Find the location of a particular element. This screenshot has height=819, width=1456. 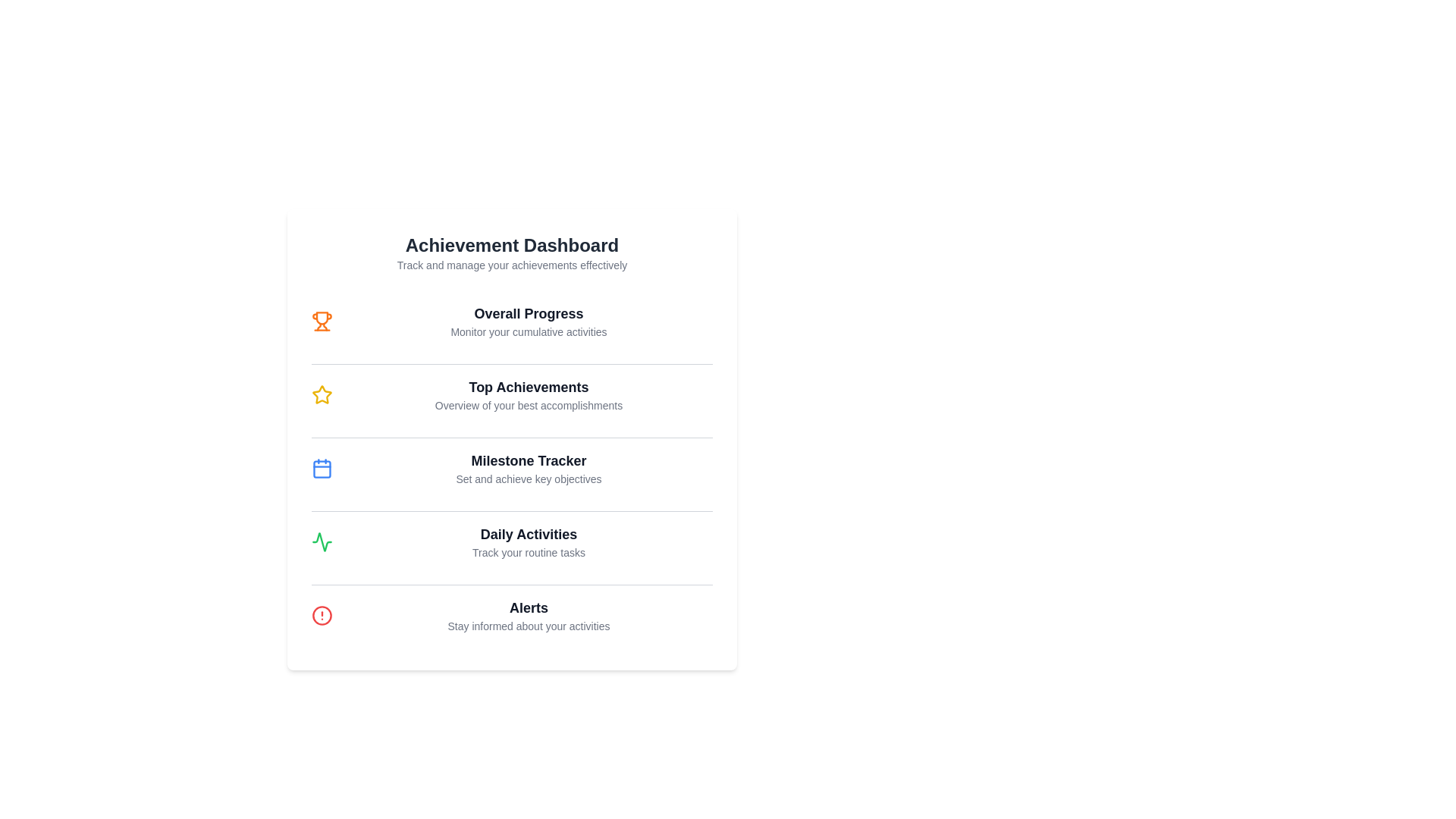

text of the 'Milestone Tracker' label, which includes the title and subtitle, located in the Achievement Dashboard card, positioned below 'Top Achievements' and above 'Daily Activities' is located at coordinates (529, 467).